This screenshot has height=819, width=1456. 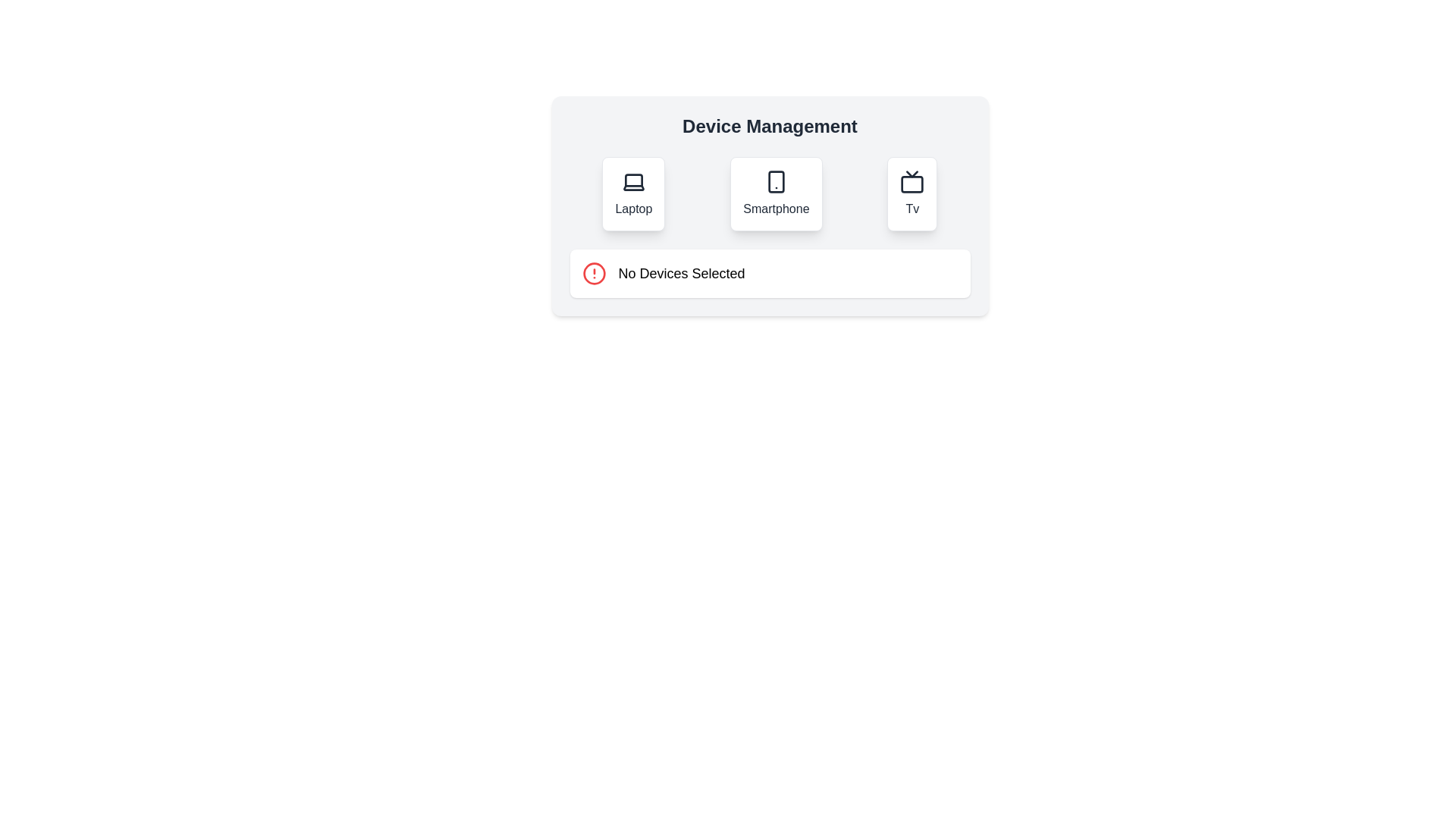 What do you see at coordinates (633, 181) in the screenshot?
I see `the laptop icon, the leftmost graphic representation of a laptop device` at bounding box center [633, 181].